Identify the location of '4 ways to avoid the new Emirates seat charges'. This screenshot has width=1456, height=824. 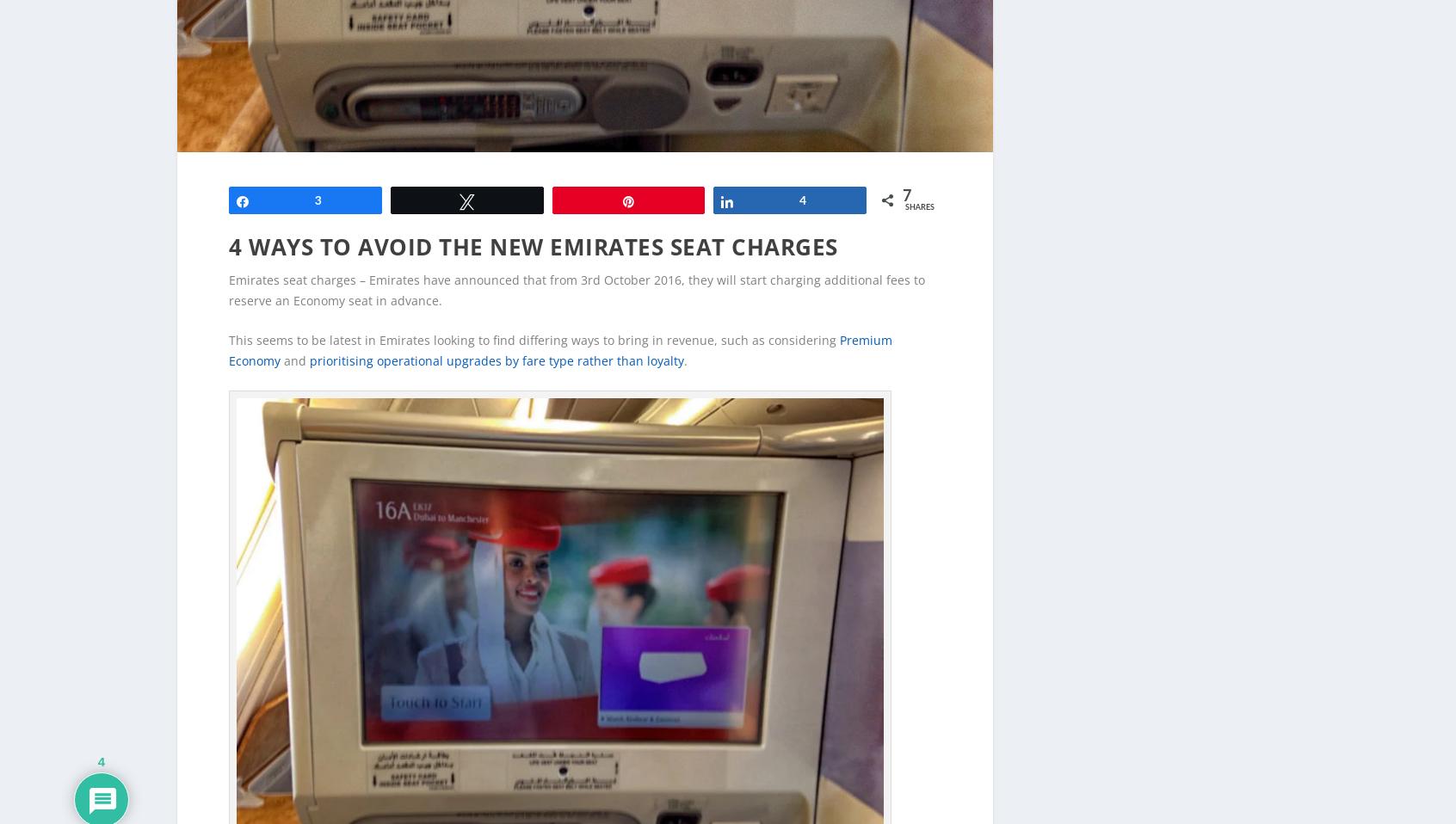
(532, 218).